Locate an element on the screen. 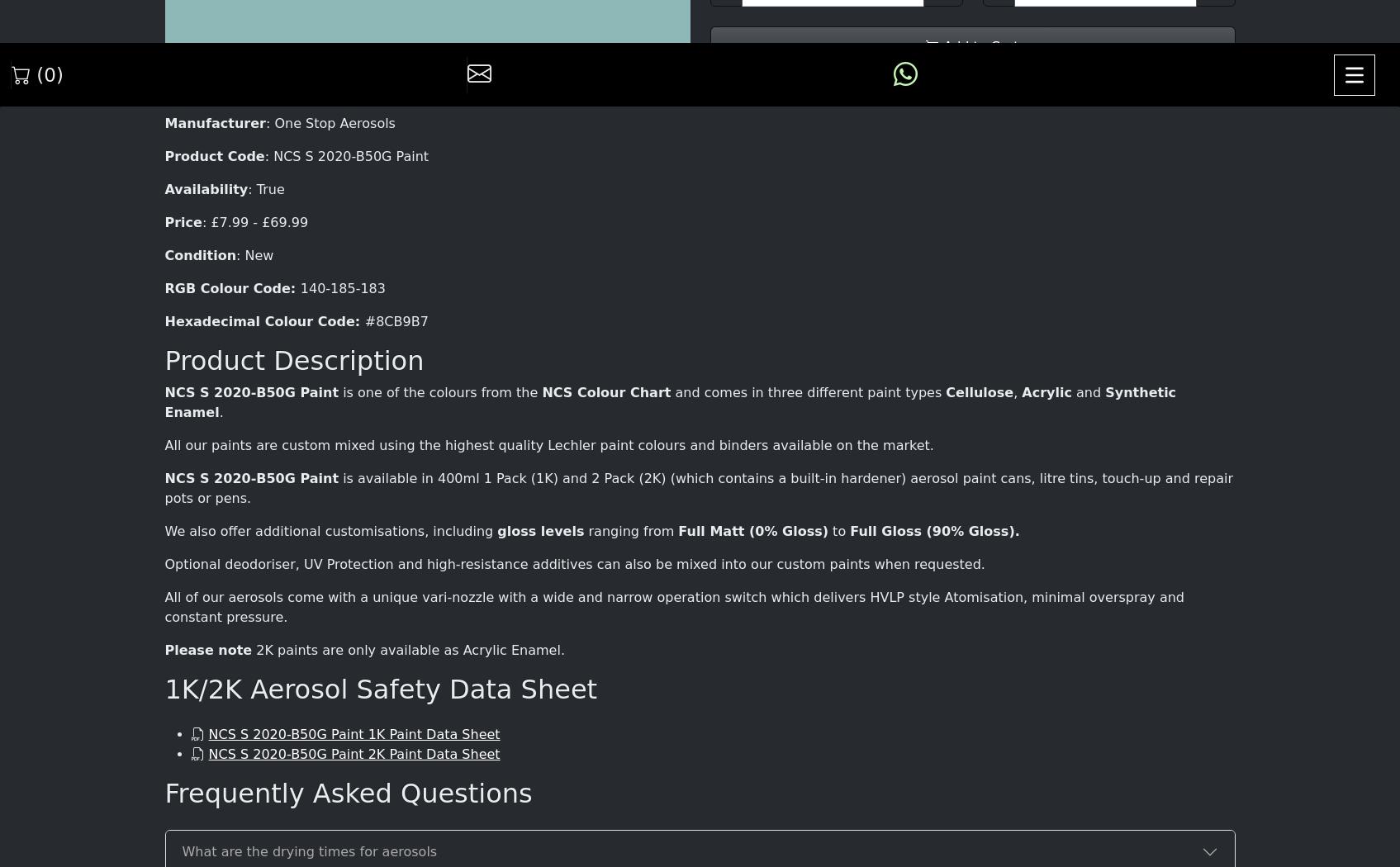 Image resolution: width=1400 pixels, height=867 pixels. 'Terms & Conditions' is located at coordinates (738, 761).